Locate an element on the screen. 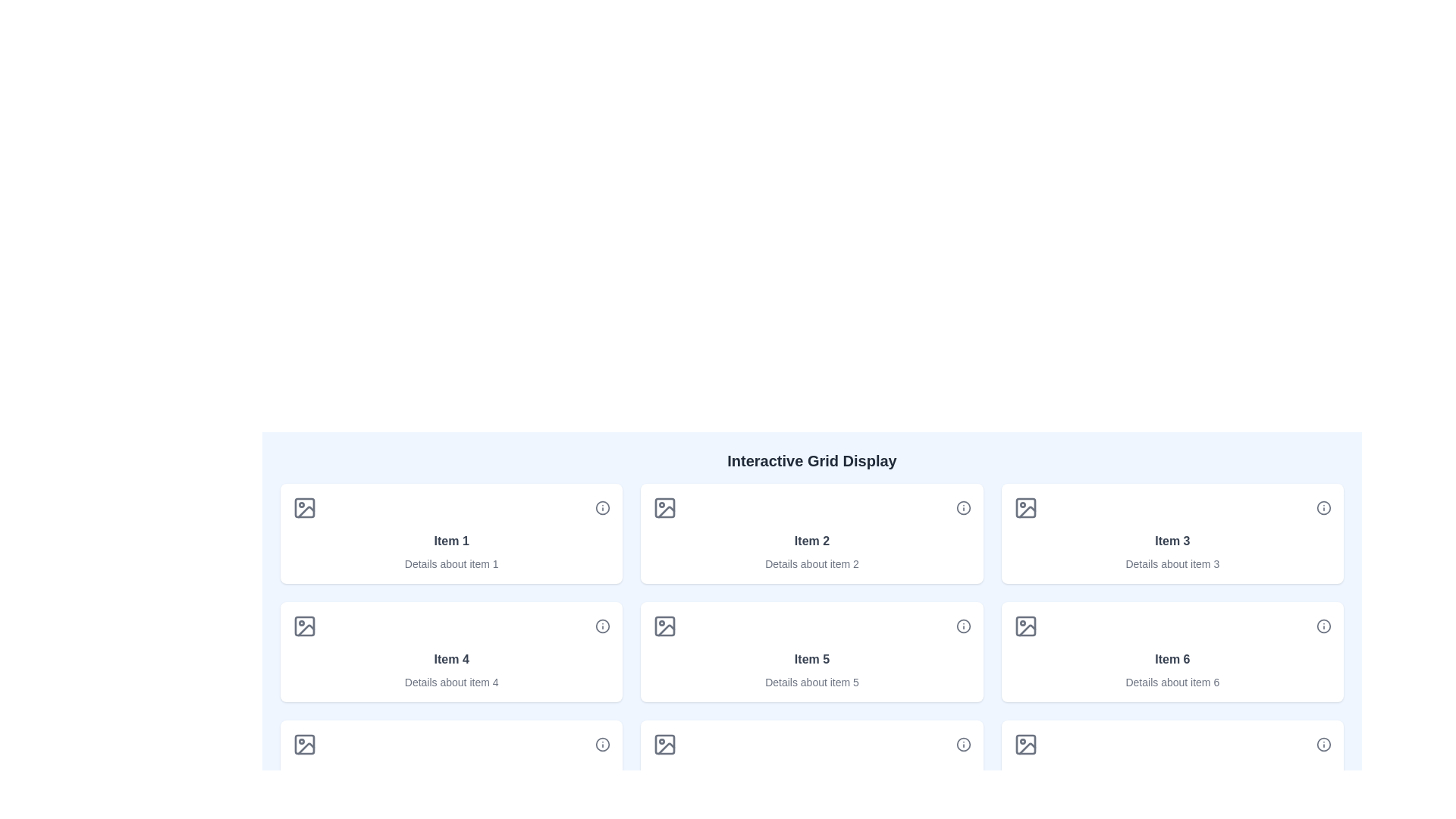  the gray stroke icon shaped like a picture frame with a mountain and sun symbol, located in the card for 'Item 4' above the text 'Details about item 4' is located at coordinates (304, 626).